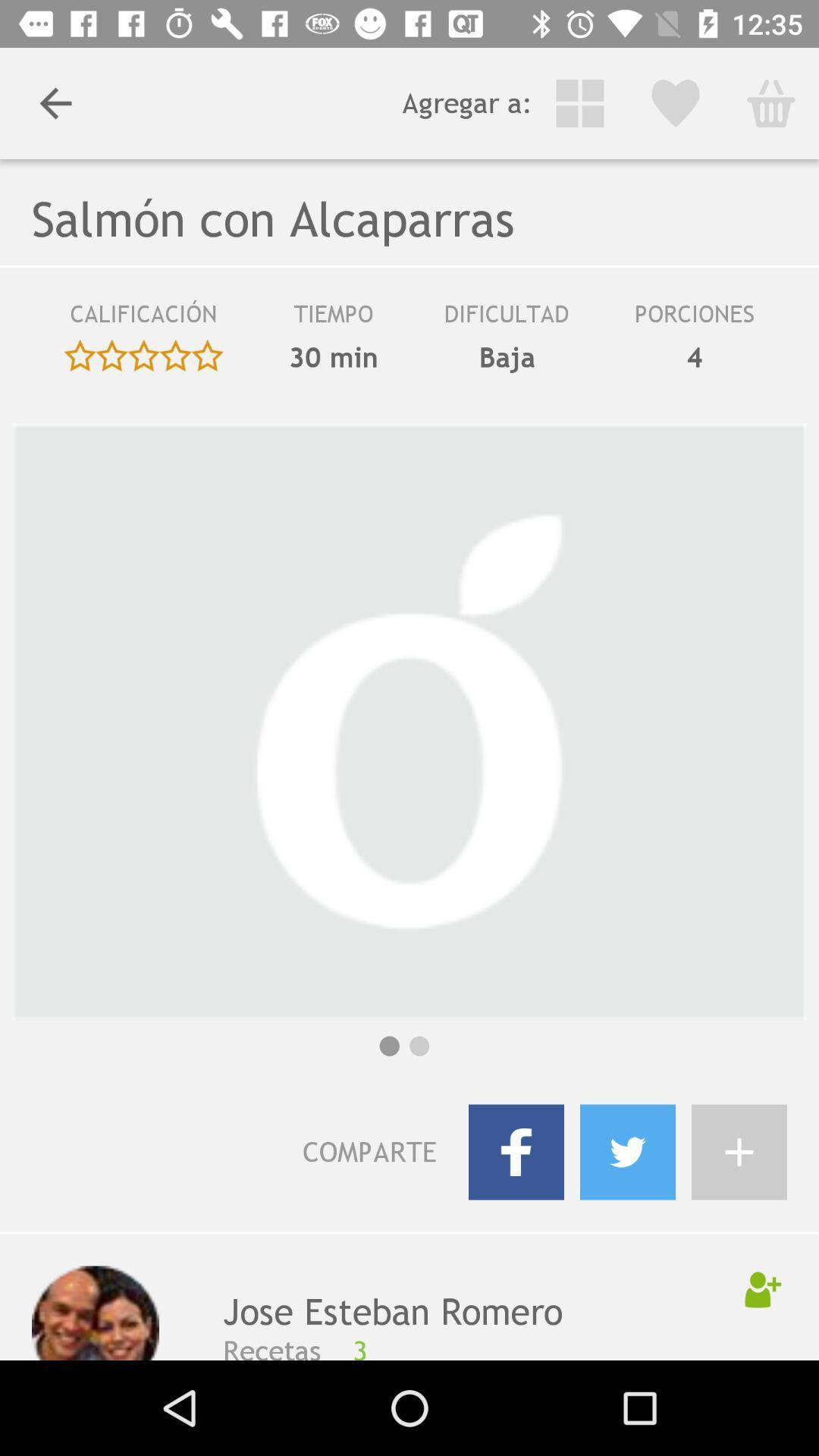 The width and height of the screenshot is (819, 1456). I want to click on the item next to recetas item, so click(546, 1347).